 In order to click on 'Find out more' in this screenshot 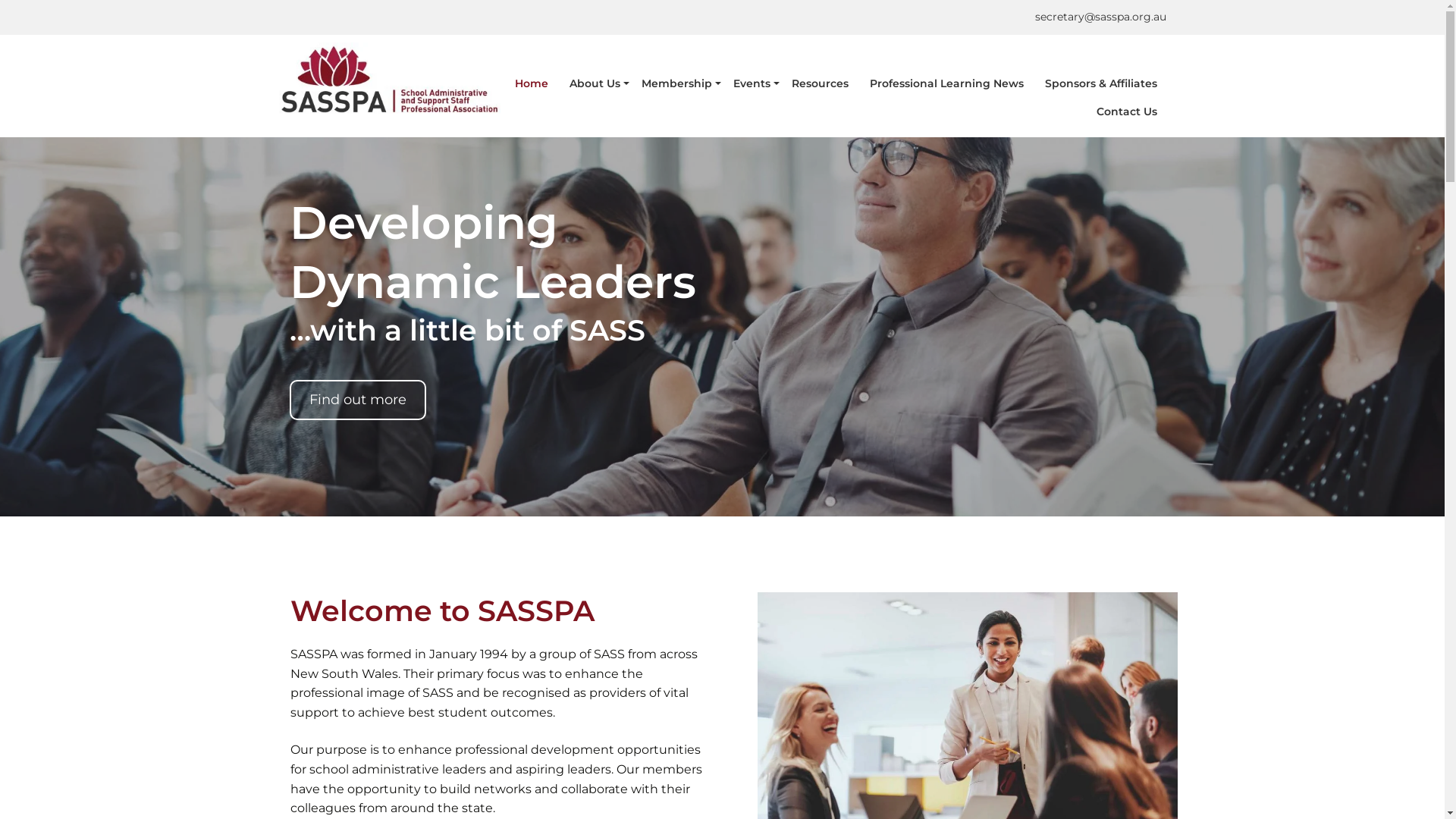, I will do `click(356, 399)`.